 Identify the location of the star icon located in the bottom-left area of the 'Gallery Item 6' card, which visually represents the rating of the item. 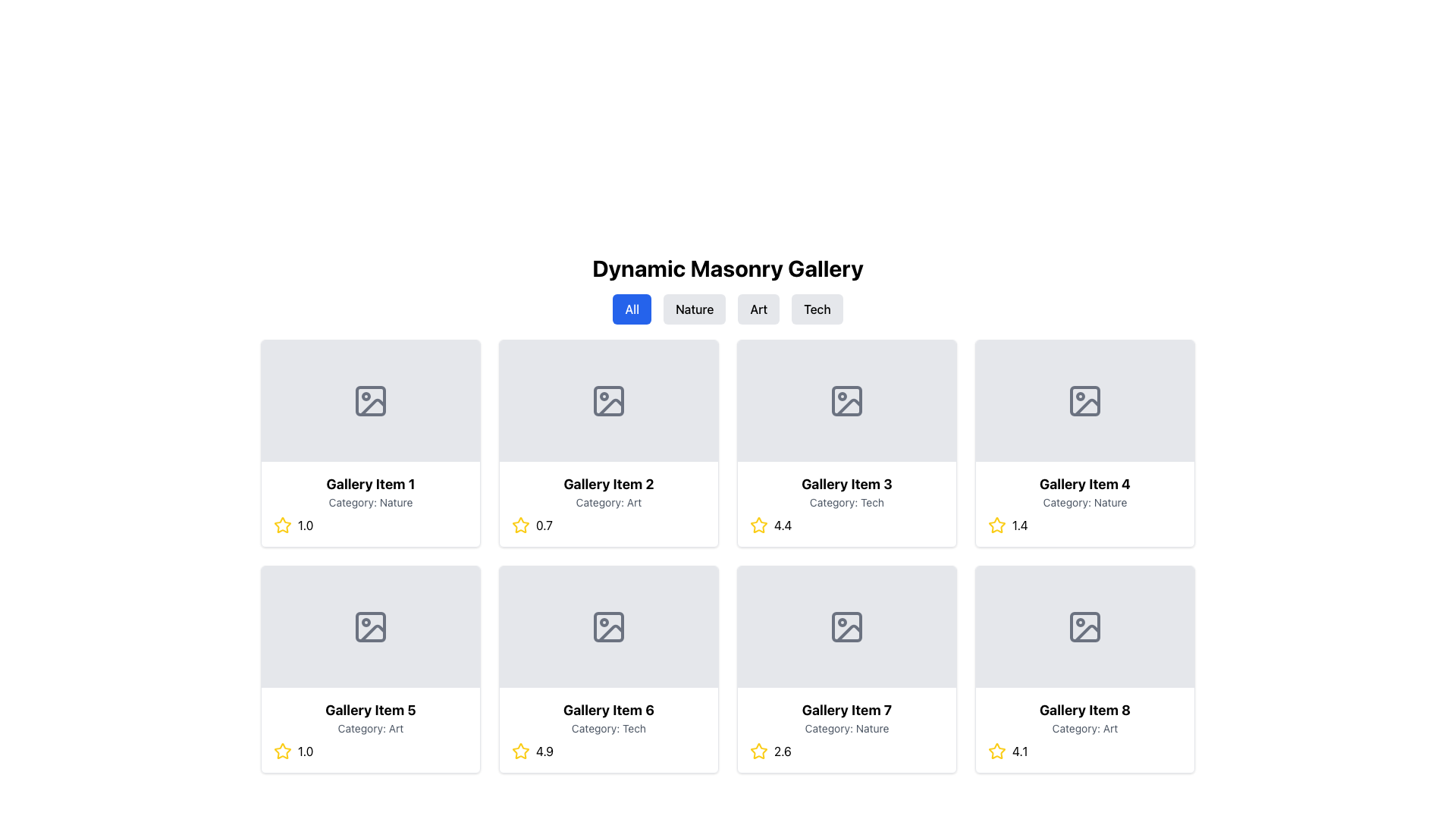
(520, 751).